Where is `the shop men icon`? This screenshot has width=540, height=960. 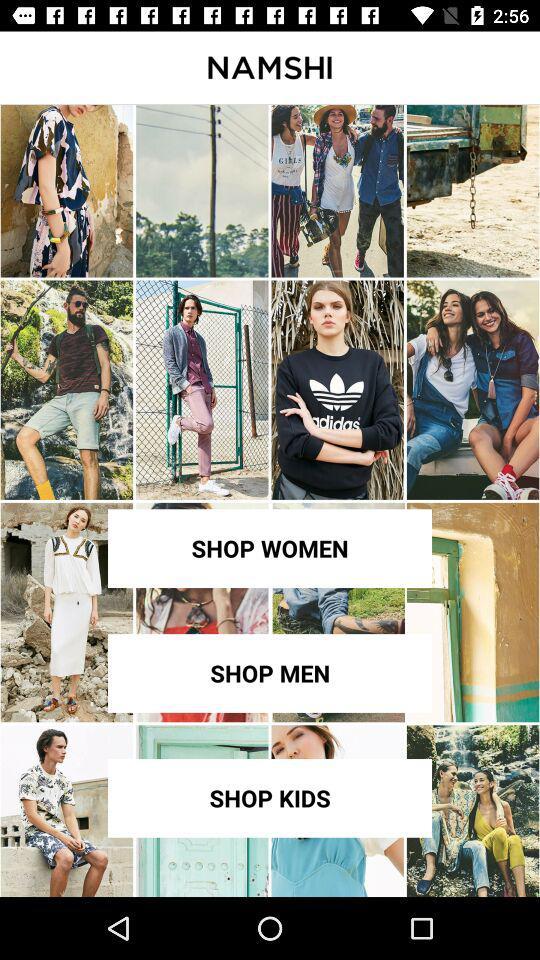 the shop men icon is located at coordinates (270, 673).